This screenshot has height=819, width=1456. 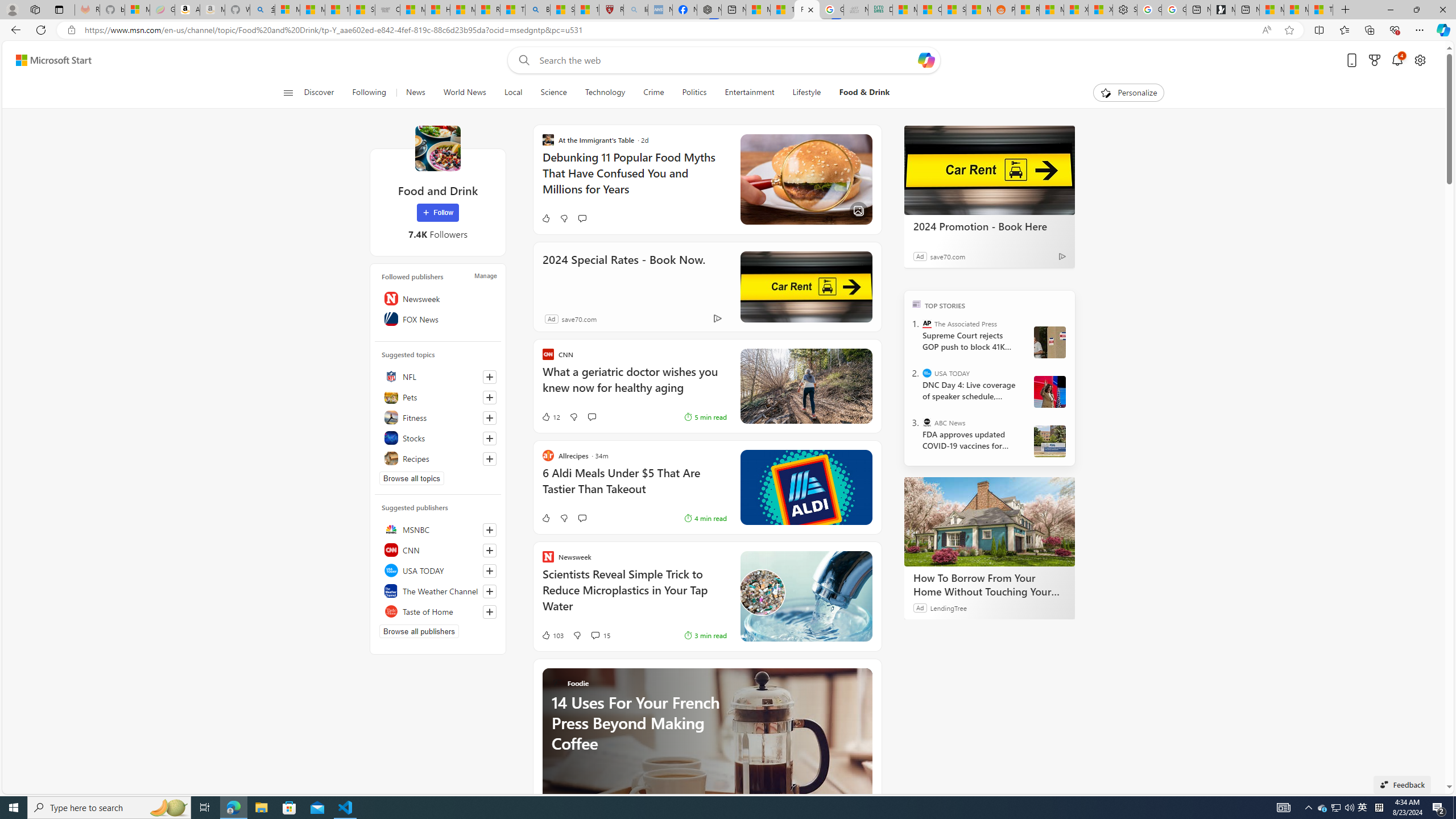 I want to click on 'Taste of Home', so click(x=438, y=610).